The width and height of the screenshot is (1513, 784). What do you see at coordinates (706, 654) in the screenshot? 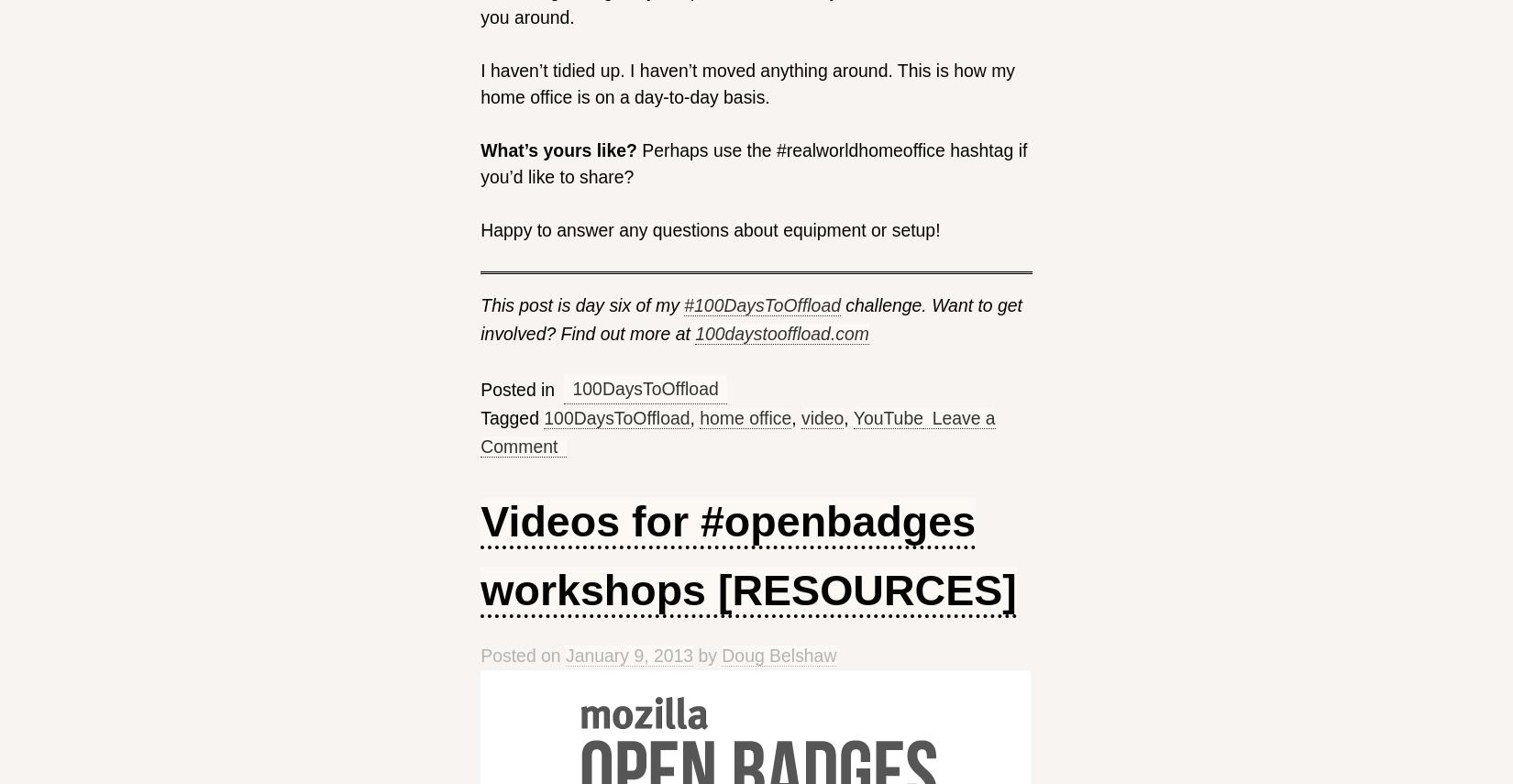
I see `'by'` at bounding box center [706, 654].